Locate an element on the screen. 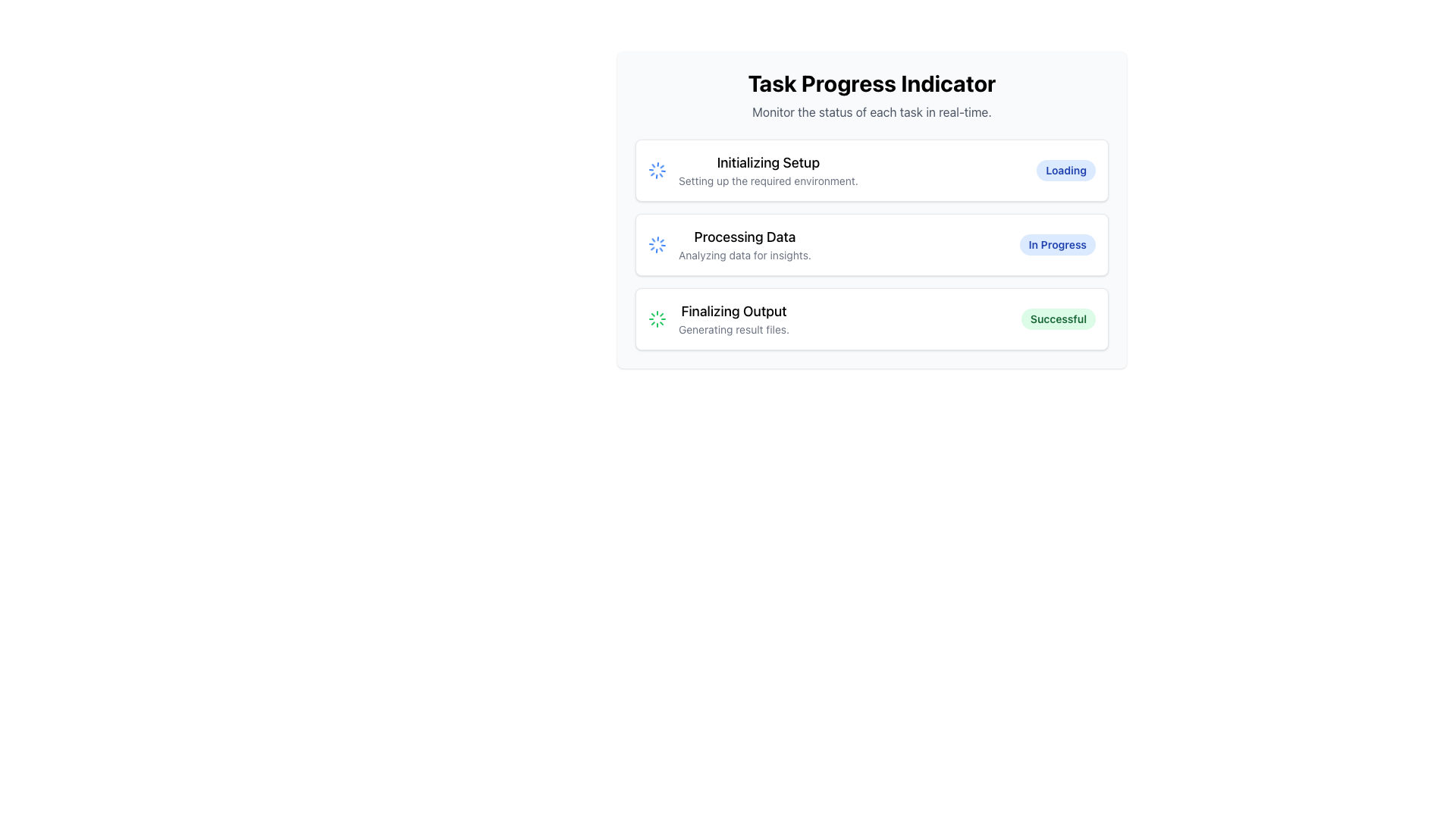  the Status card that indicates the successful completion of a task, located at the bottom of a vertical list of status cards is located at coordinates (872, 318).